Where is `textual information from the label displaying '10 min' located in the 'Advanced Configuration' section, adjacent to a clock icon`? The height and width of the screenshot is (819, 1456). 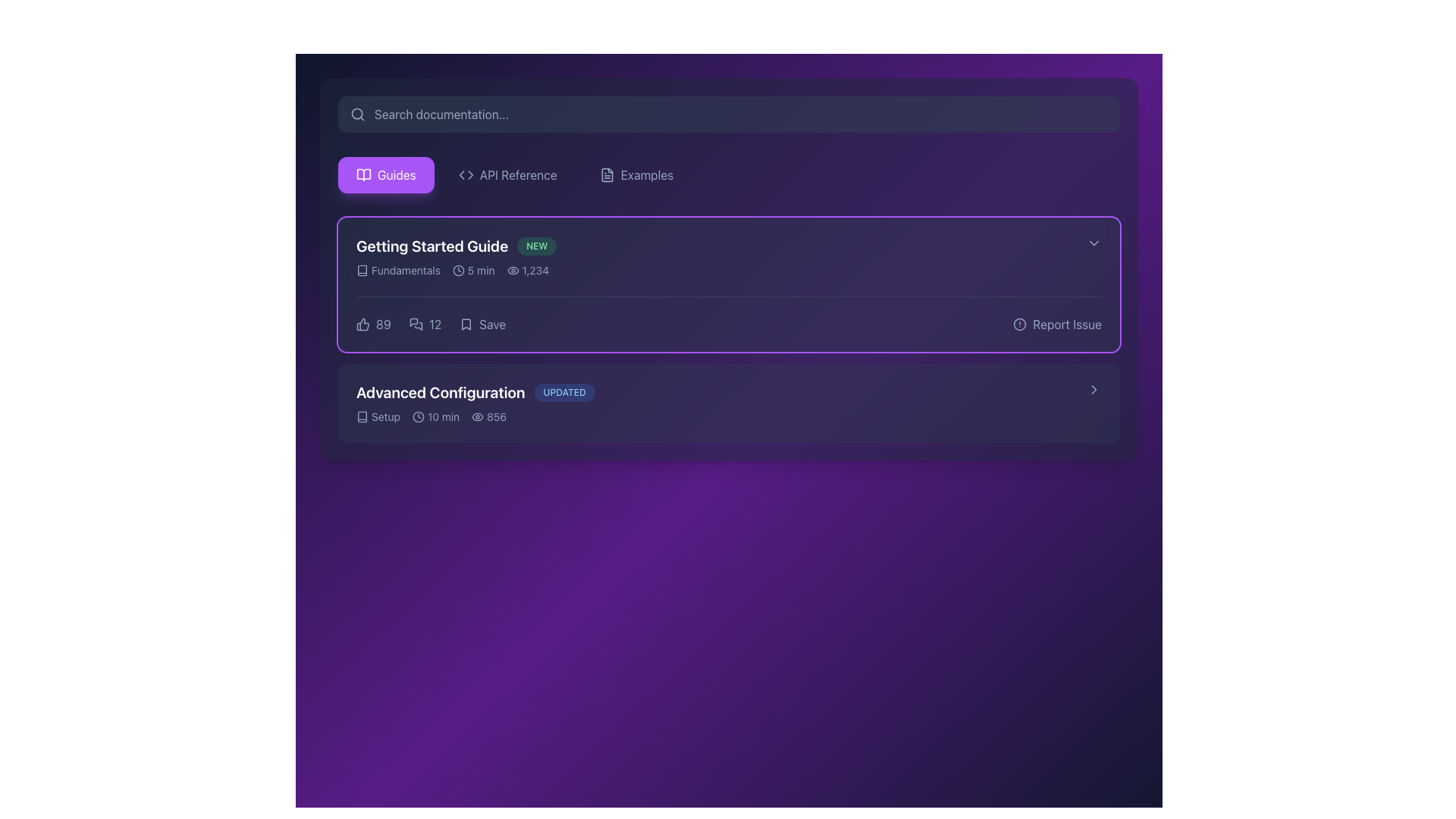
textual information from the label displaying '10 min' located in the 'Advanced Configuration' section, adjacent to a clock icon is located at coordinates (443, 417).